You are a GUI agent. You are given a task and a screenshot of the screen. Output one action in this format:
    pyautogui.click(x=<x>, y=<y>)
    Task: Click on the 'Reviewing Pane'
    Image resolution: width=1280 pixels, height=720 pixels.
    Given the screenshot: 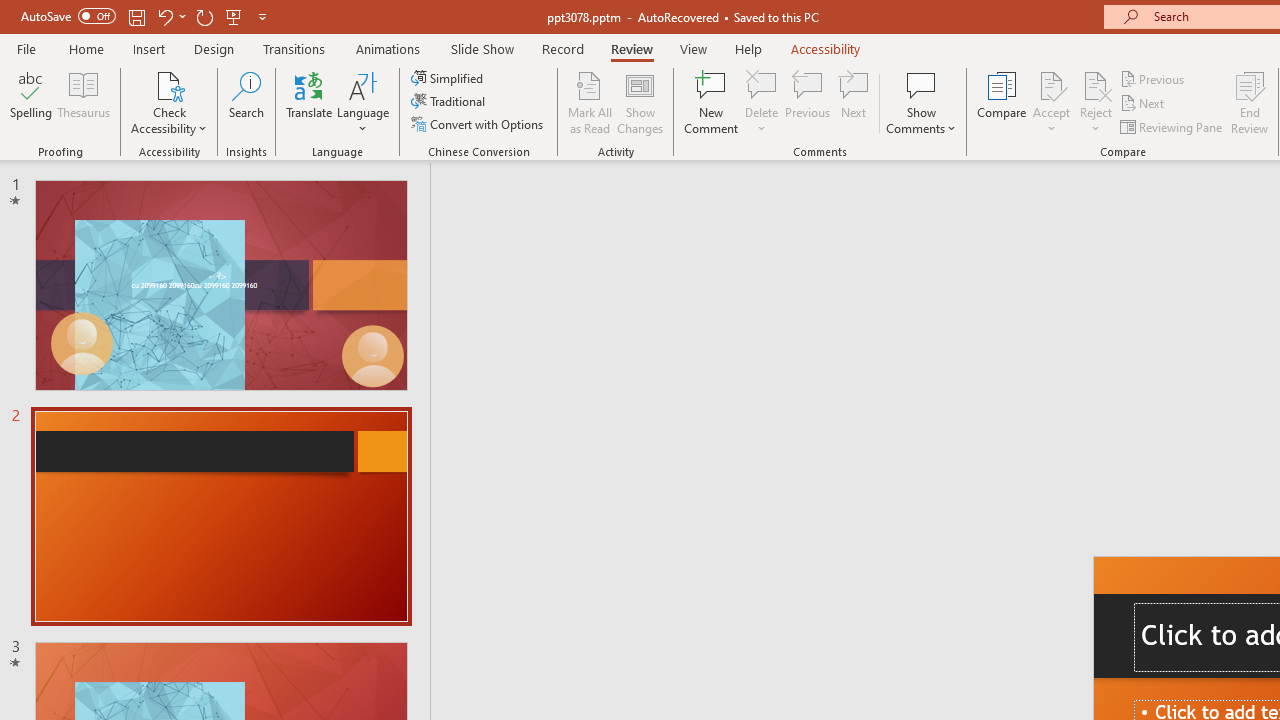 What is the action you would take?
    pyautogui.click(x=1173, y=127)
    